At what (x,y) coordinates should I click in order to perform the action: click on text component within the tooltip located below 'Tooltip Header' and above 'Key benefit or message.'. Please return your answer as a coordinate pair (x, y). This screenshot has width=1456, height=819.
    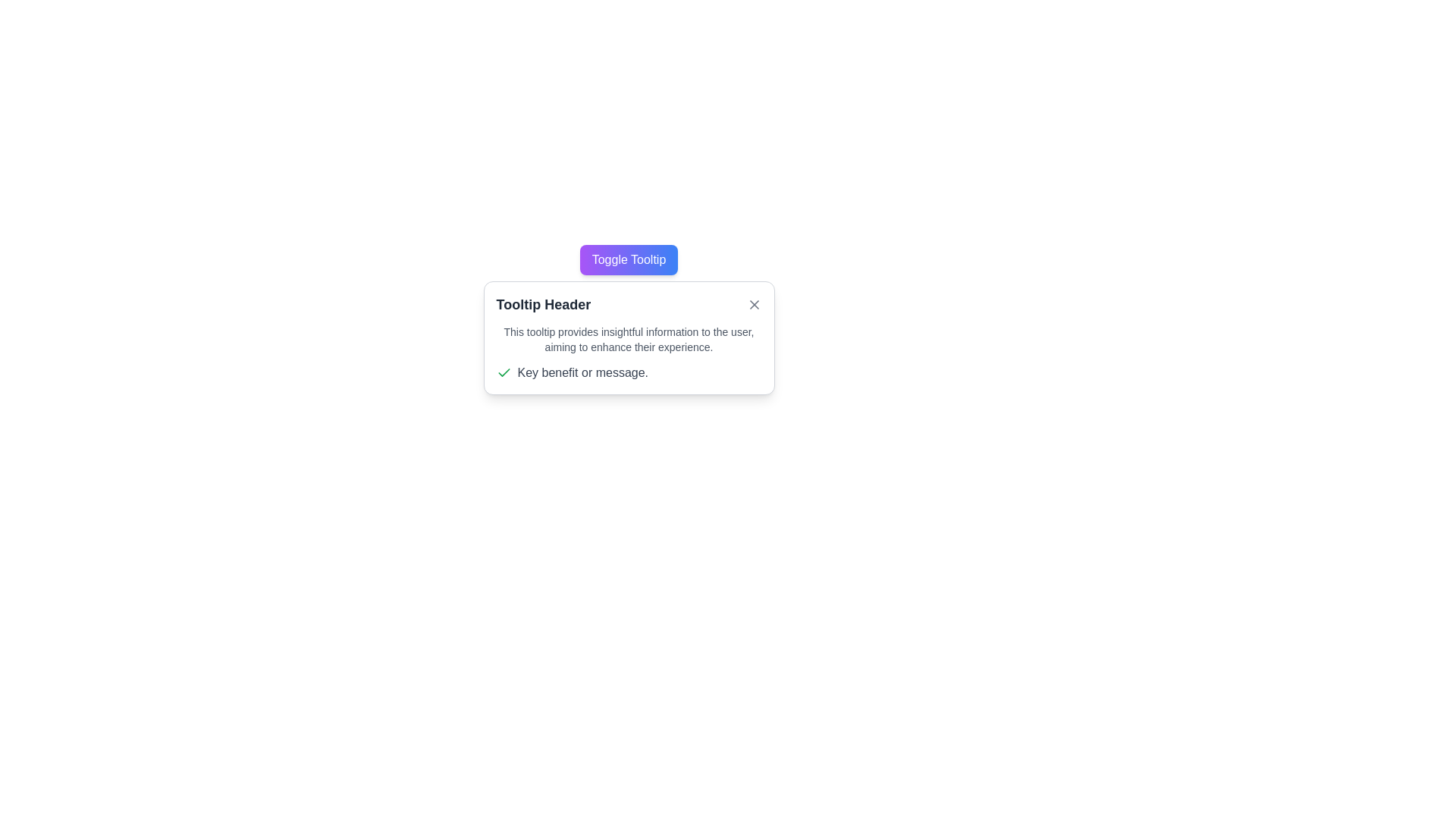
    Looking at the image, I should click on (629, 338).